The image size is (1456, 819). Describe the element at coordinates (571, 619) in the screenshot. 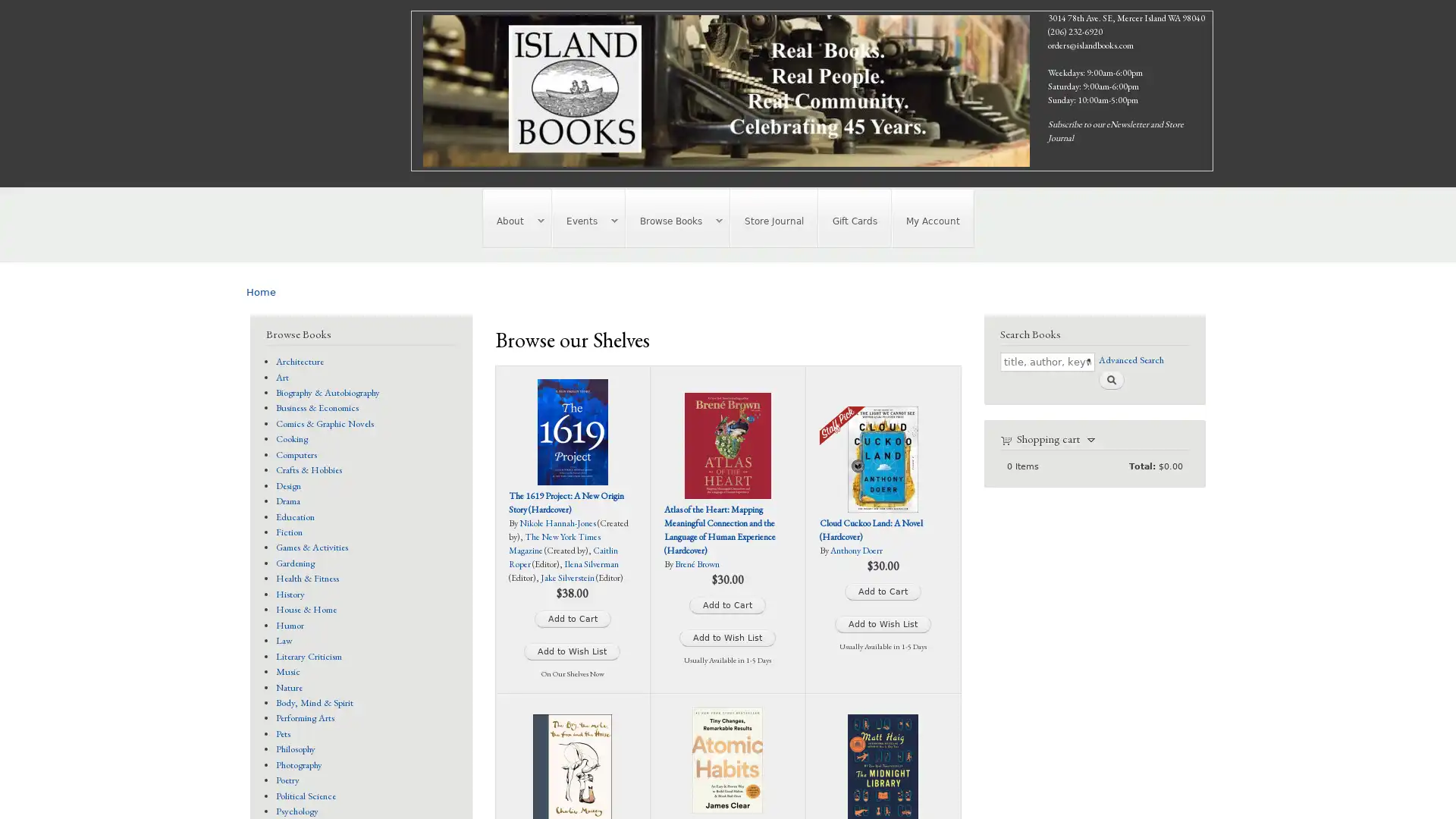

I see `Add to Cart` at that location.